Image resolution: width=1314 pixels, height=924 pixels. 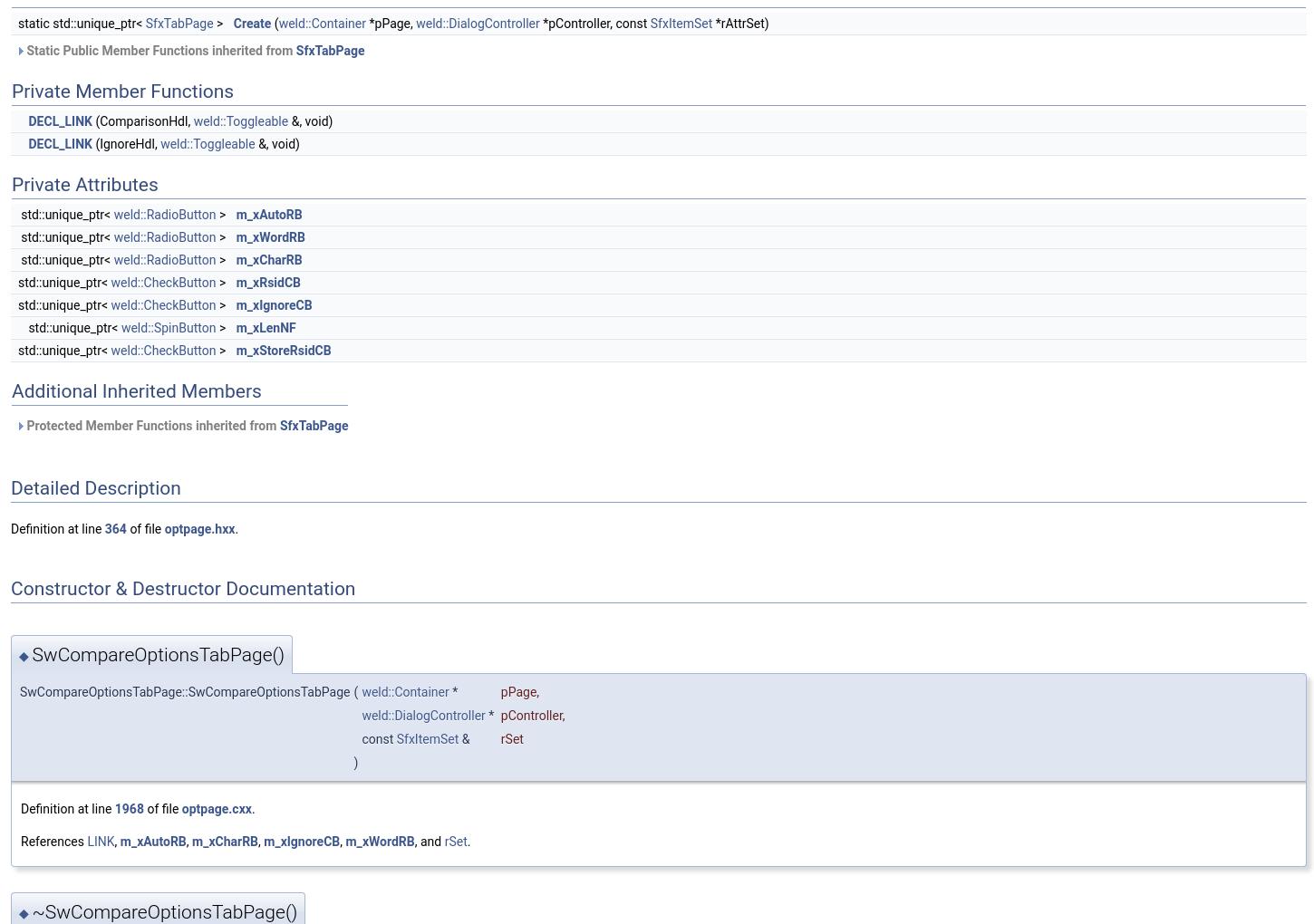 I want to click on 'SwCompareOptionsTabPage::SwCompareOptionsTabPage', so click(x=184, y=691).